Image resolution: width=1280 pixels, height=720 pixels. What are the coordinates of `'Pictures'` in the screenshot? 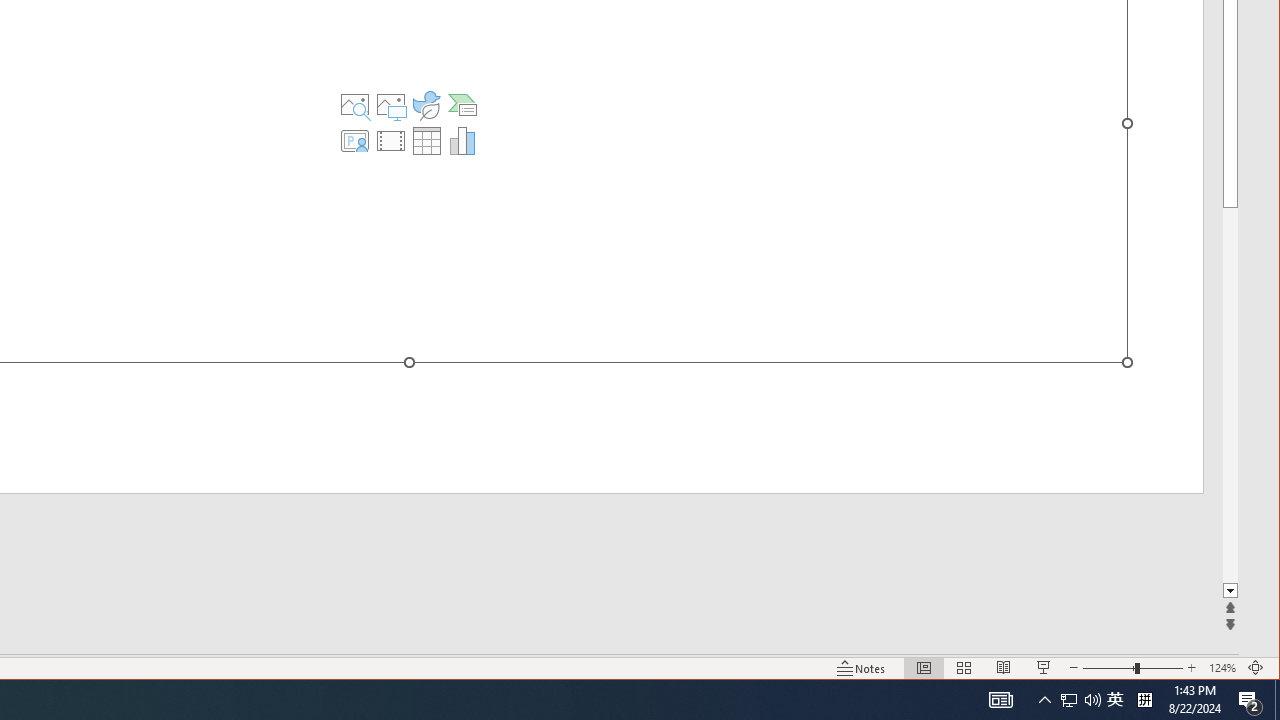 It's located at (391, 105).